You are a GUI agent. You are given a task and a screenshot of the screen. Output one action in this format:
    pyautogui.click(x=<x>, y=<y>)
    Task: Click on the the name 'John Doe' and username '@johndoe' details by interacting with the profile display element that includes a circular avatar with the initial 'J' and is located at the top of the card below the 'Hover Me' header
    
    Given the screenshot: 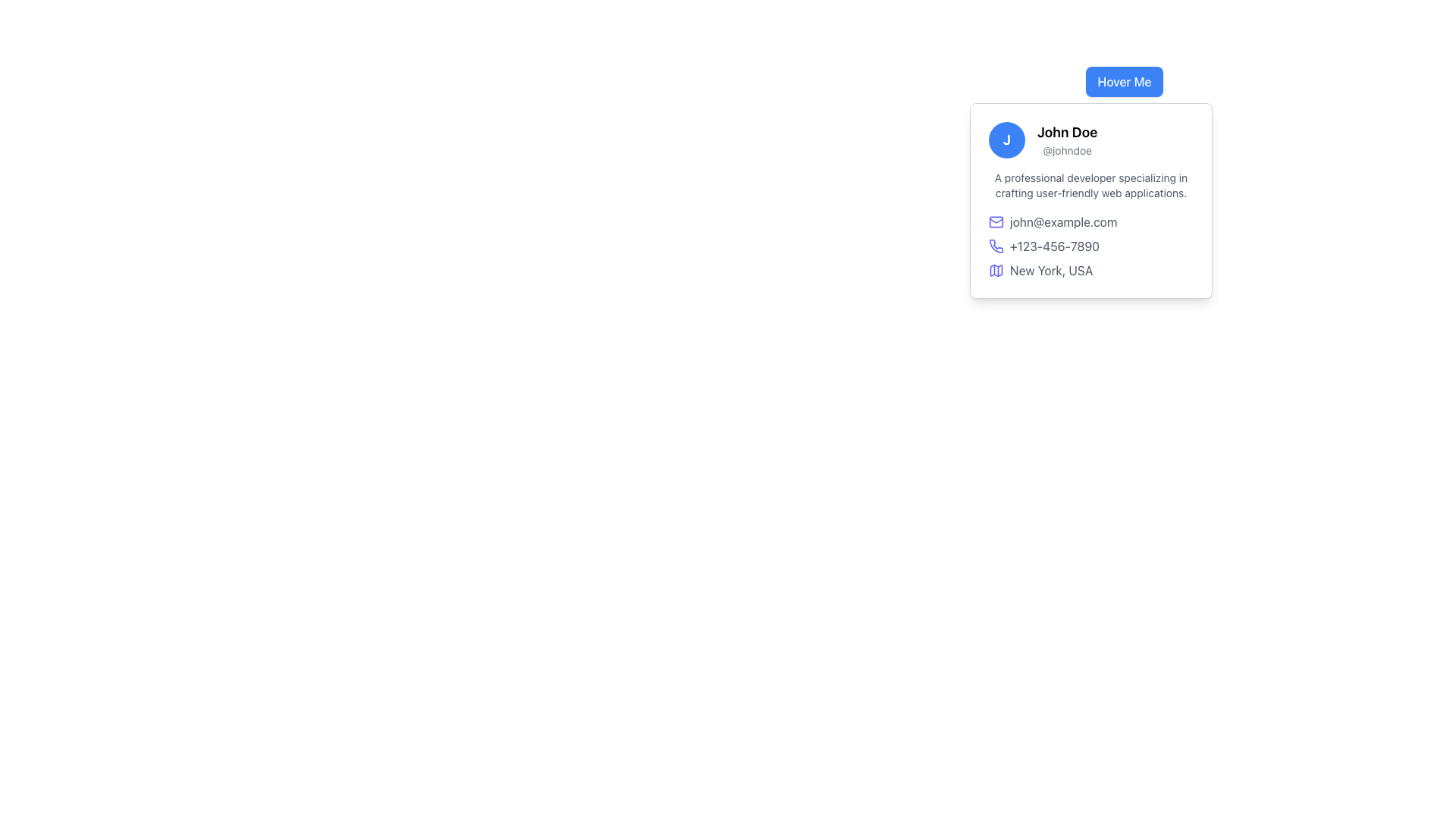 What is the action you would take?
    pyautogui.click(x=1090, y=140)
    